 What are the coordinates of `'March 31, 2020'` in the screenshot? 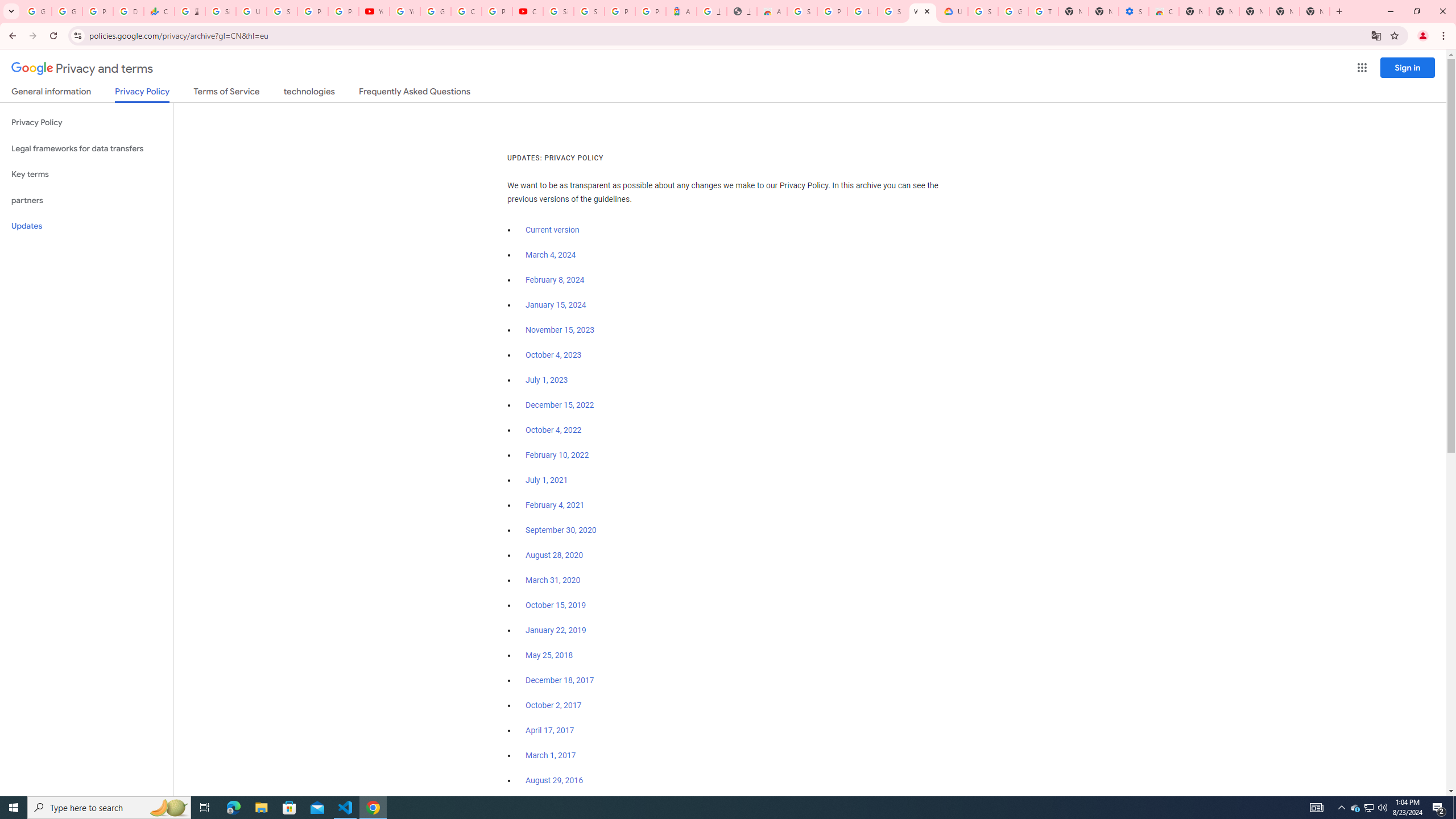 It's located at (552, 580).